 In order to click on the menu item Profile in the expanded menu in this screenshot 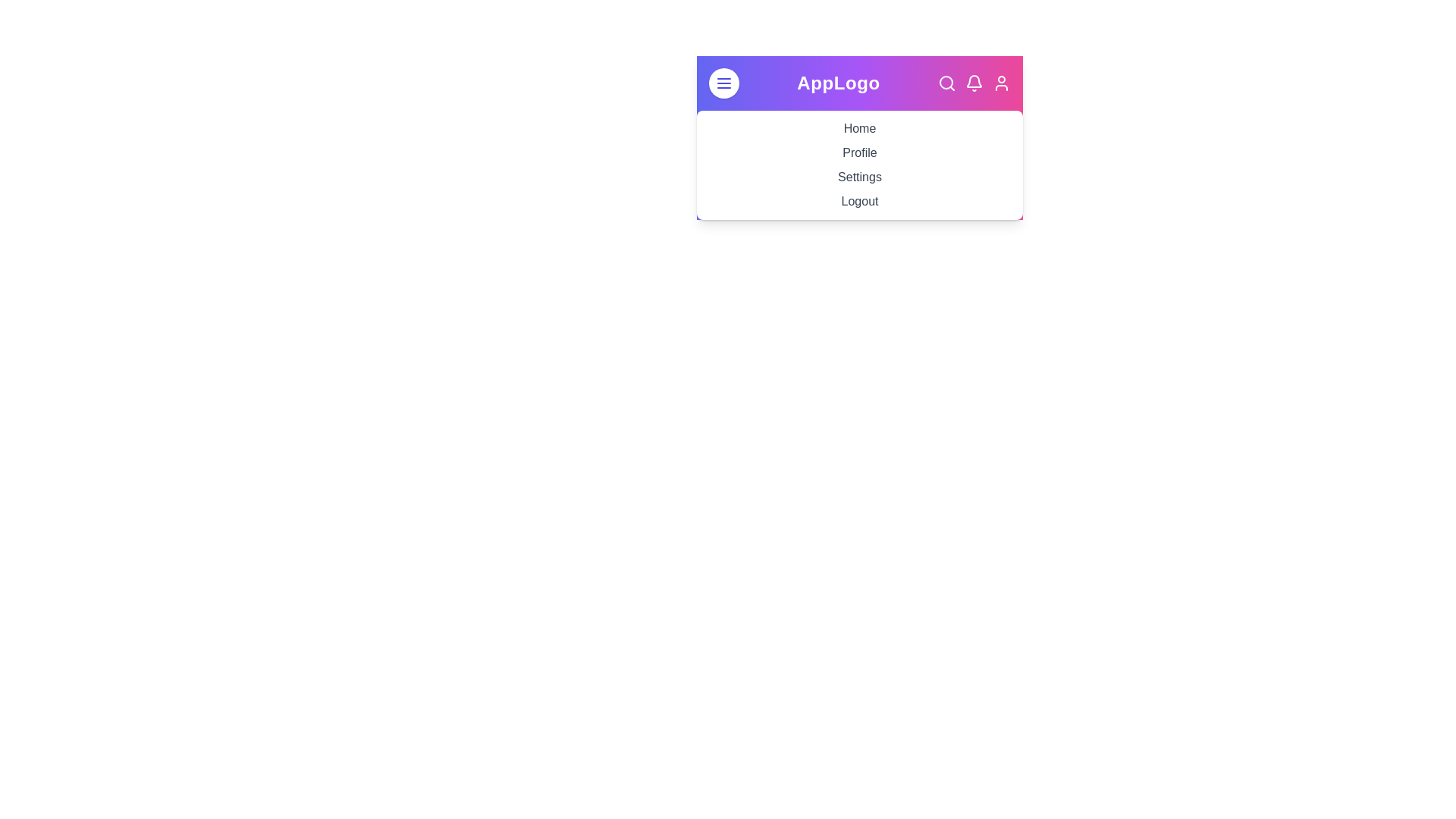, I will do `click(859, 152)`.